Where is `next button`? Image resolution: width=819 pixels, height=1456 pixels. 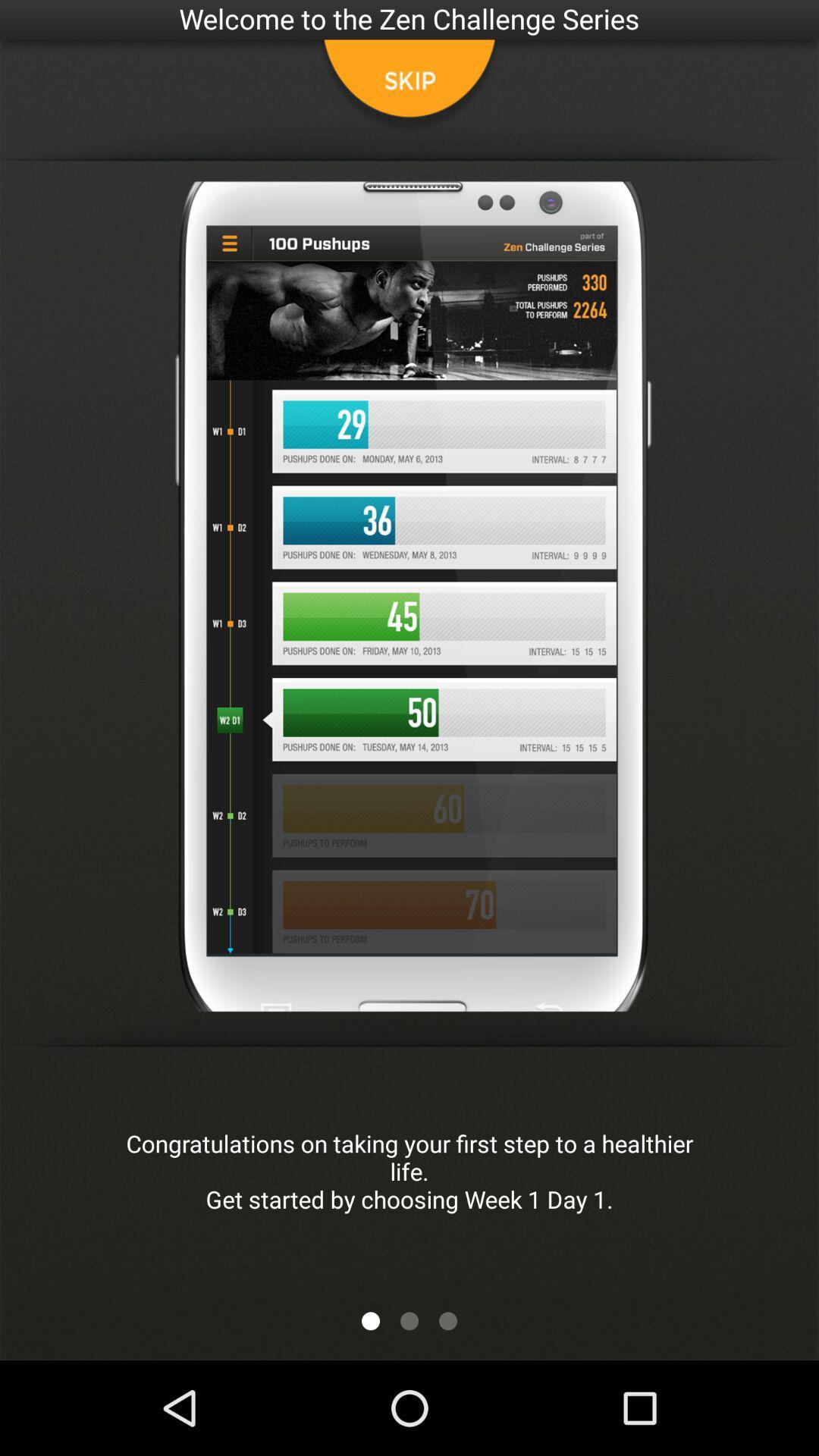 next button is located at coordinates (447, 1320).